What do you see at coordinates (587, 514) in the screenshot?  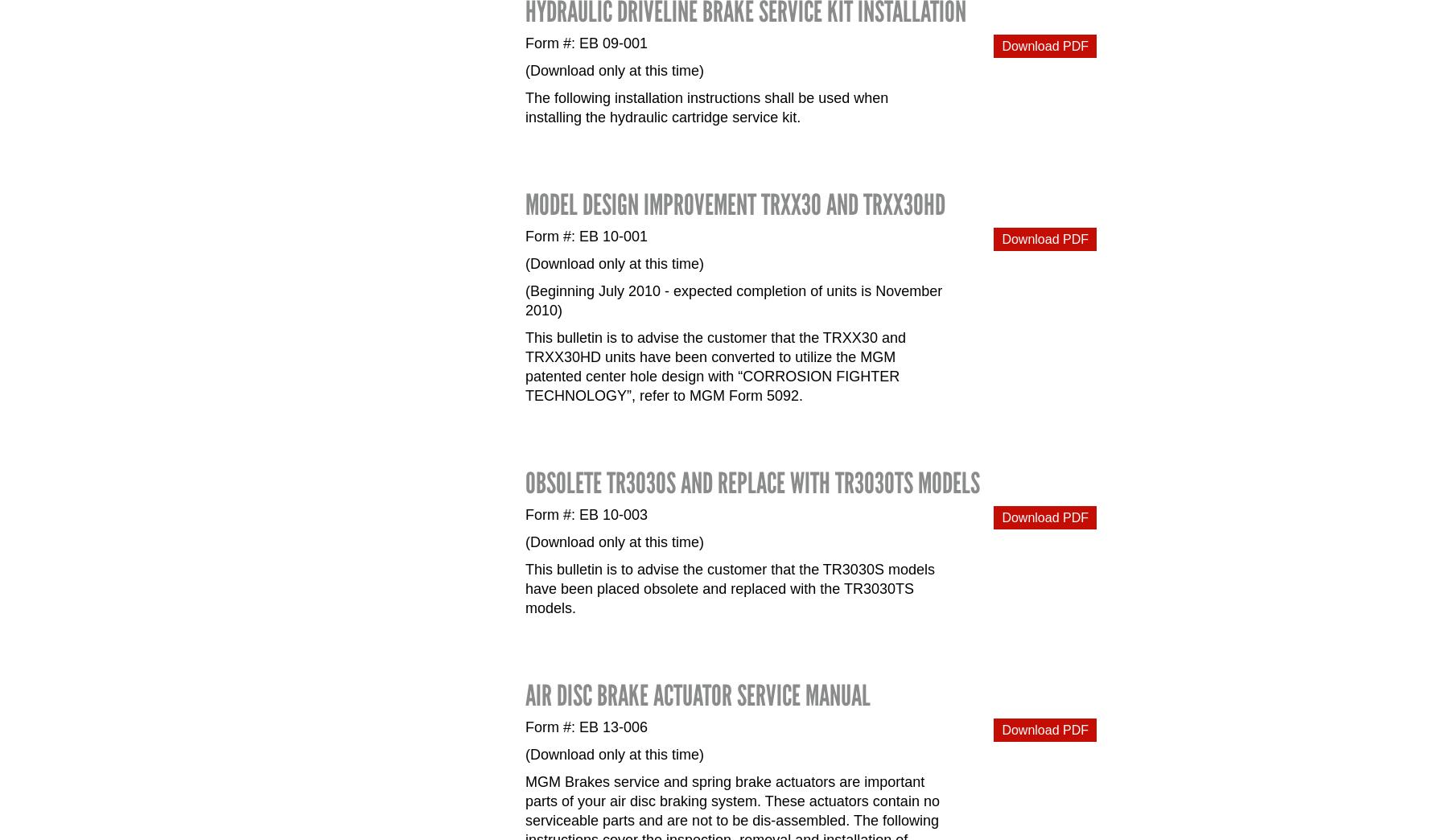 I see `'Form #: EB 10-003'` at bounding box center [587, 514].